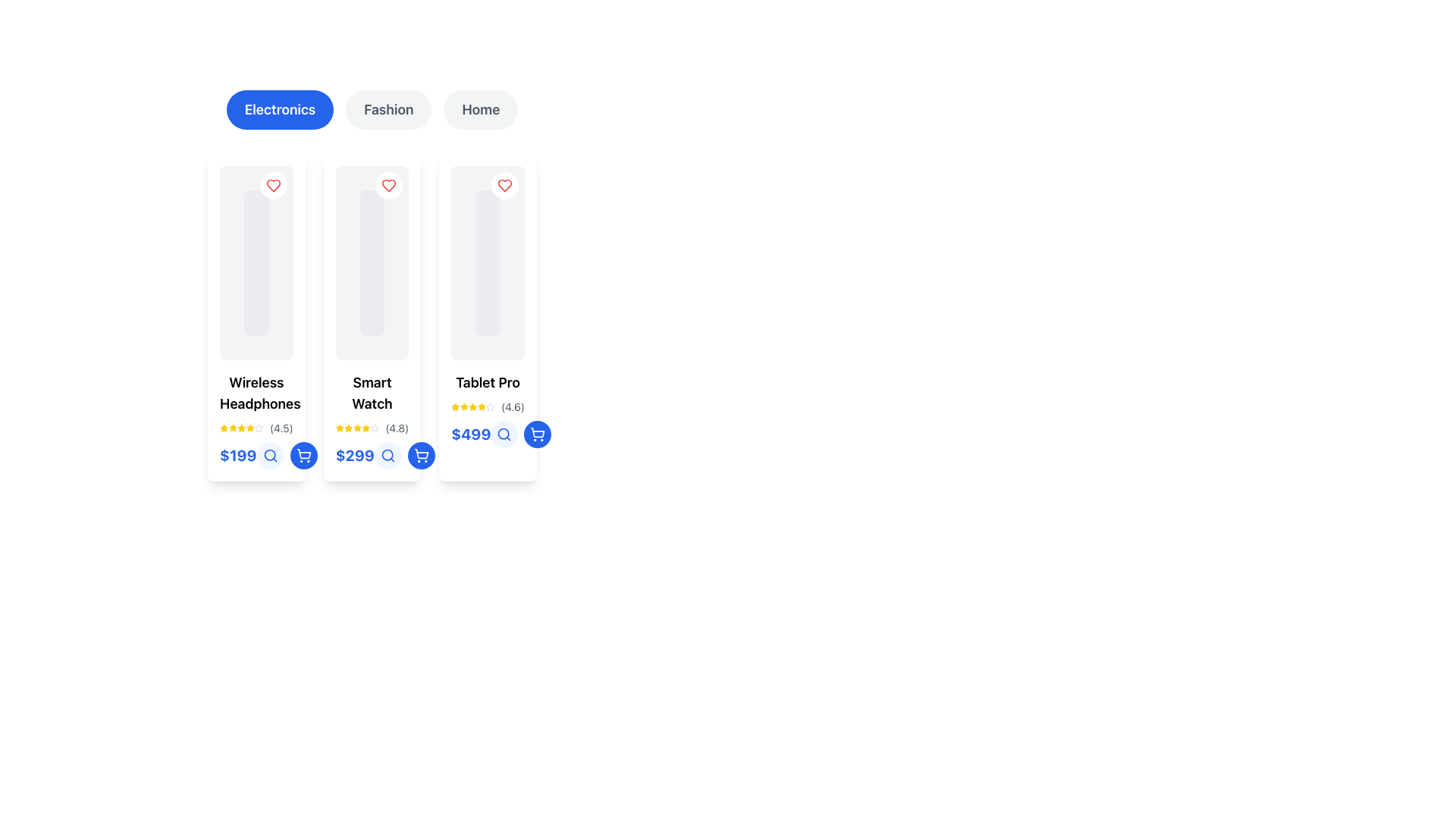  I want to click on the rating star icon located above the product's title label in the 'Tablet Pro' section of the interface, so click(491, 406).